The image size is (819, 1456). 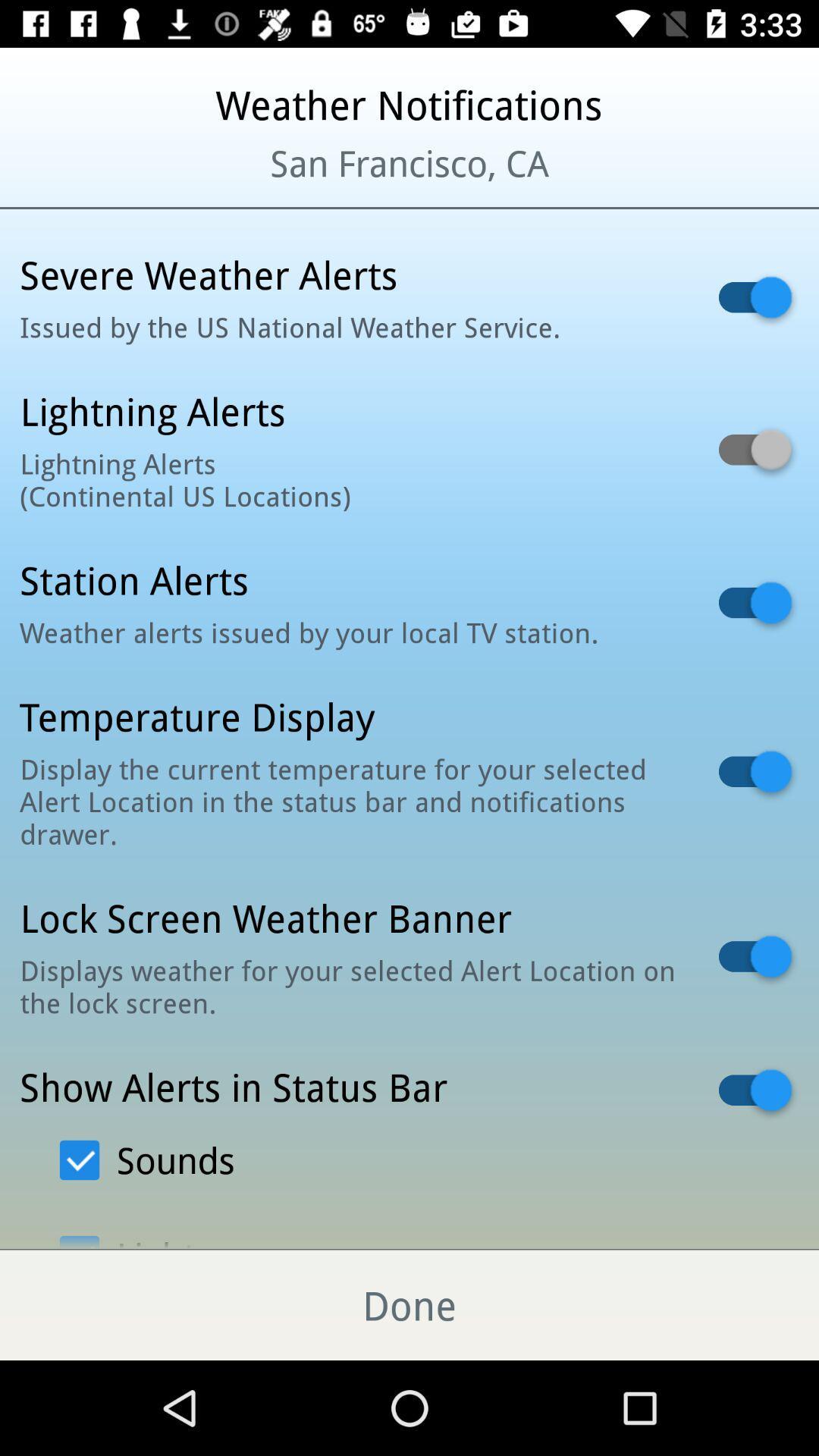 I want to click on the item below temperature display icon, so click(x=350, y=800).